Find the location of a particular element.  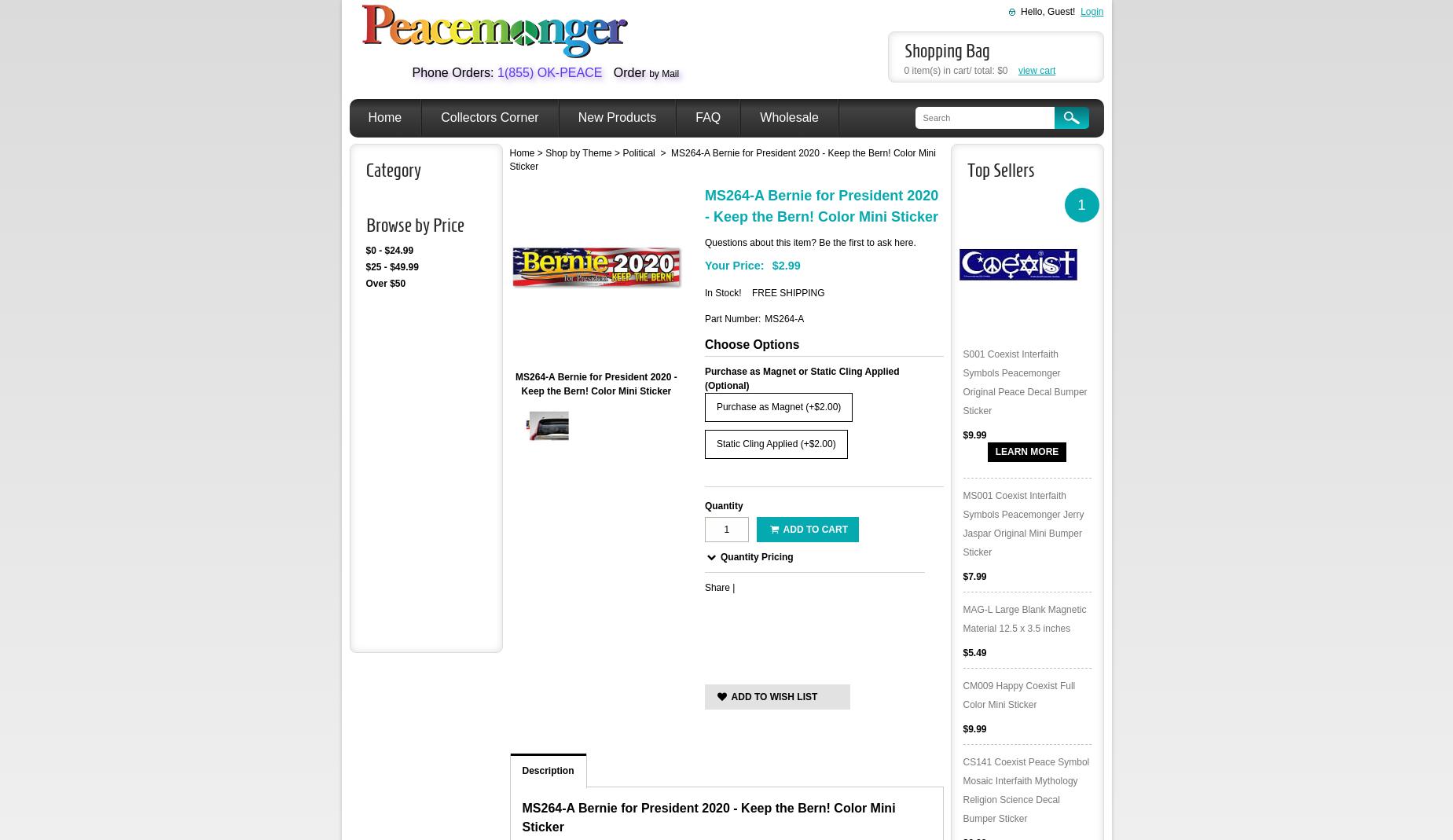

'$0 - $24.99' is located at coordinates (388, 249).